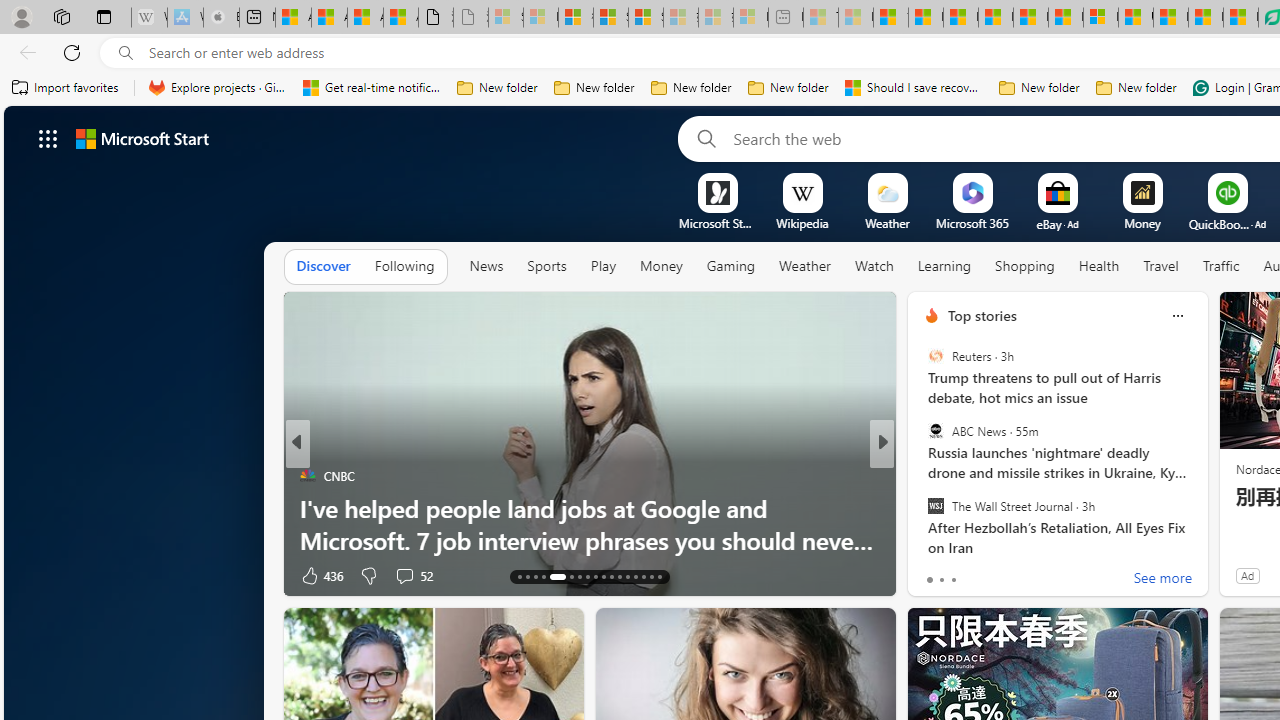 Image resolution: width=1280 pixels, height=720 pixels. What do you see at coordinates (659, 577) in the screenshot?
I see `'AutomationID: tab-41'` at bounding box center [659, 577].